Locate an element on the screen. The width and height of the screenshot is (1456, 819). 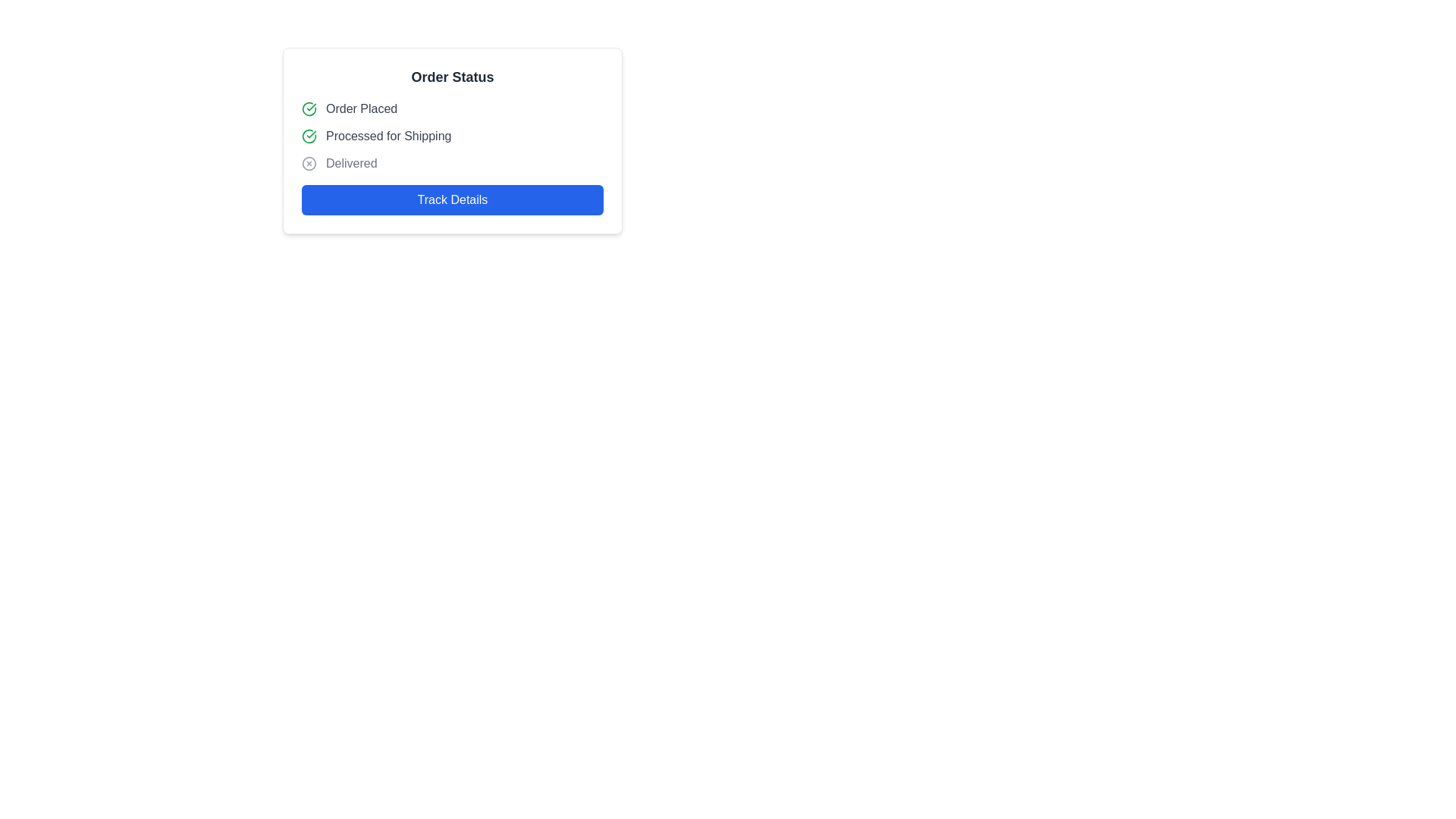
the bold, large-sized text header 'Order Status' located at the top of the white rounded rectangle card containing order status details is located at coordinates (451, 77).